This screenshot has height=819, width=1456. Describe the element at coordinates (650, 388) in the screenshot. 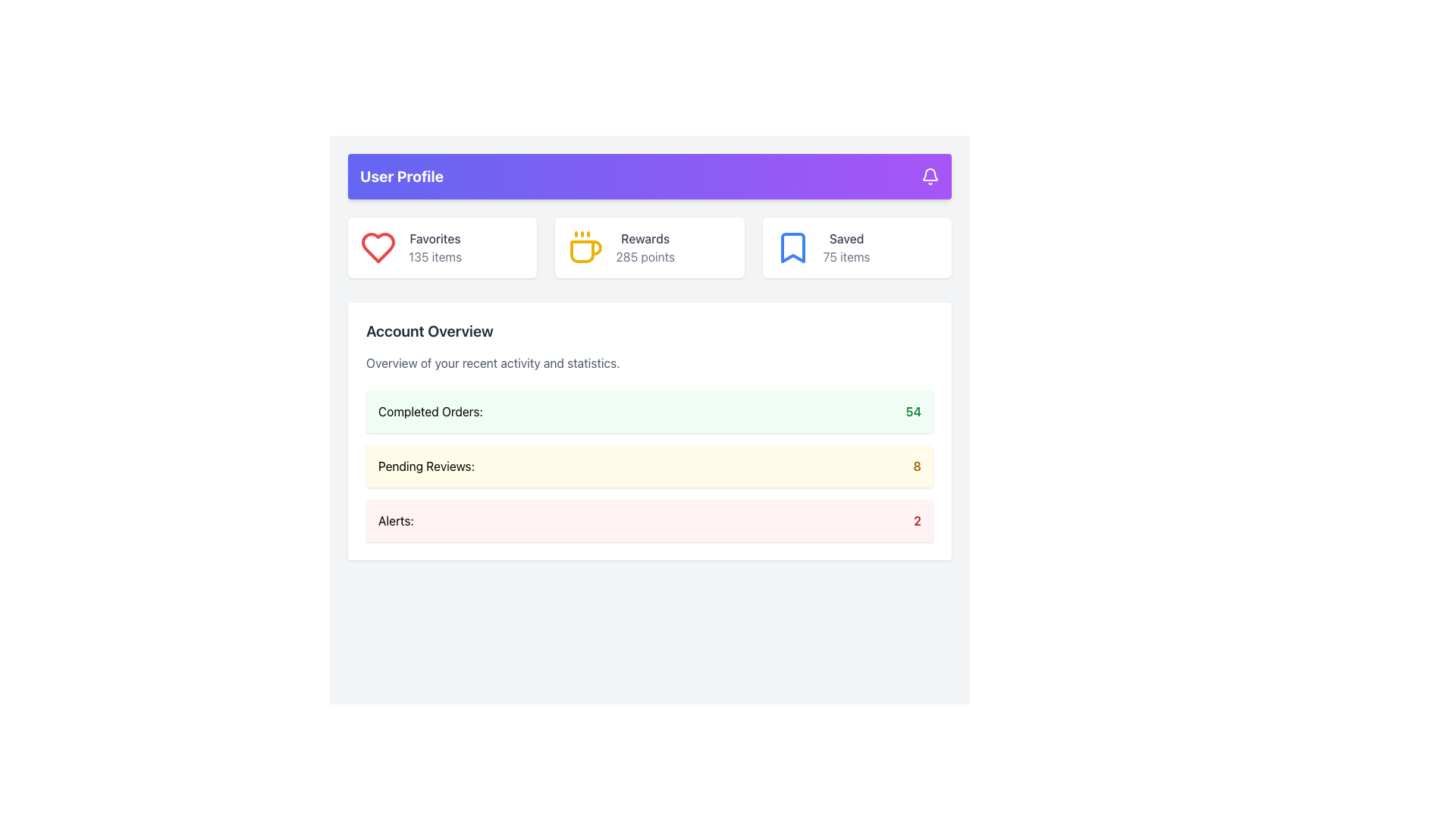

I see `displayed statistics in the Informational summary section located centrally on the user profile page below the overview statistics` at that location.